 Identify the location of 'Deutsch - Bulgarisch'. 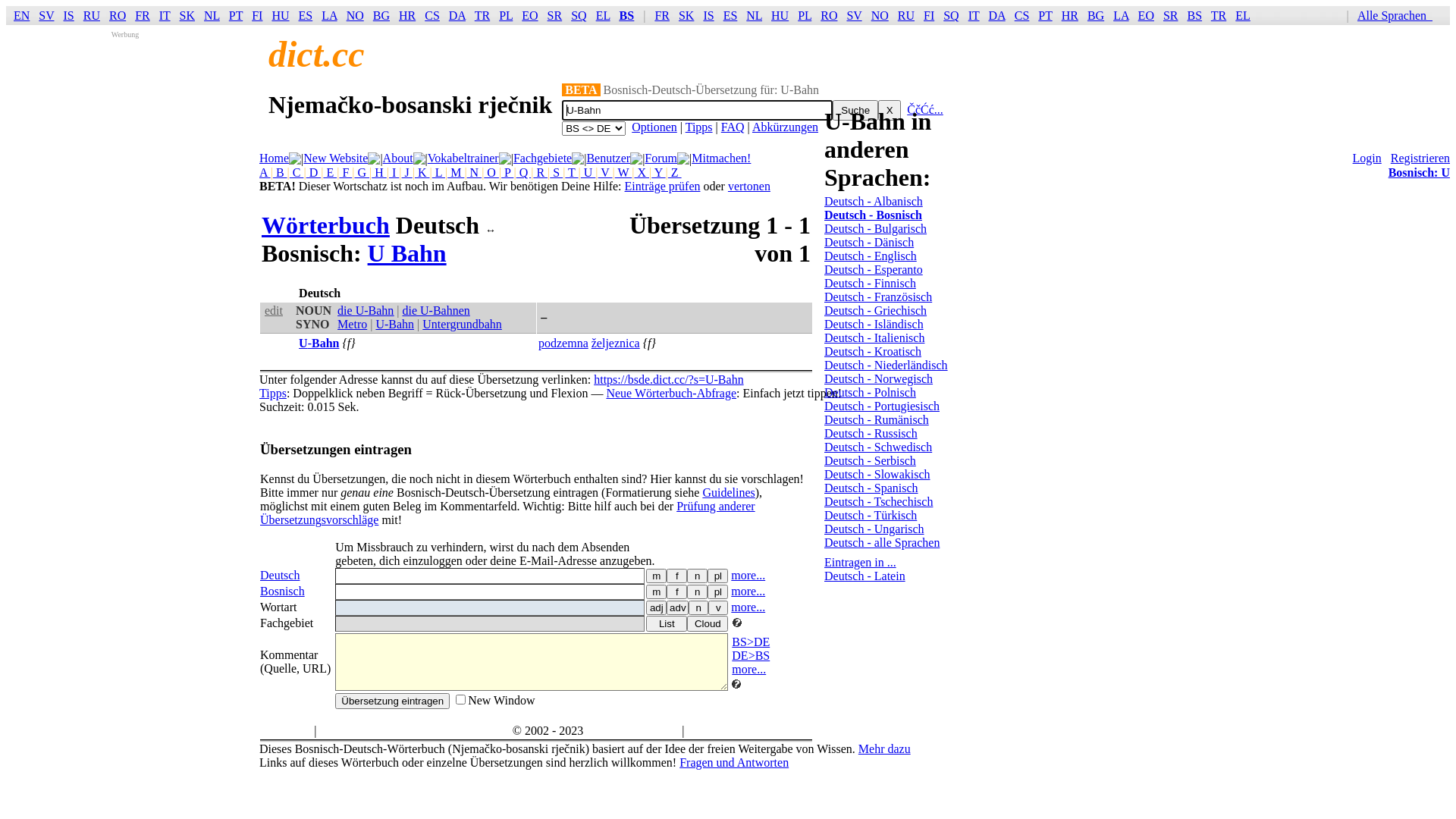
(875, 228).